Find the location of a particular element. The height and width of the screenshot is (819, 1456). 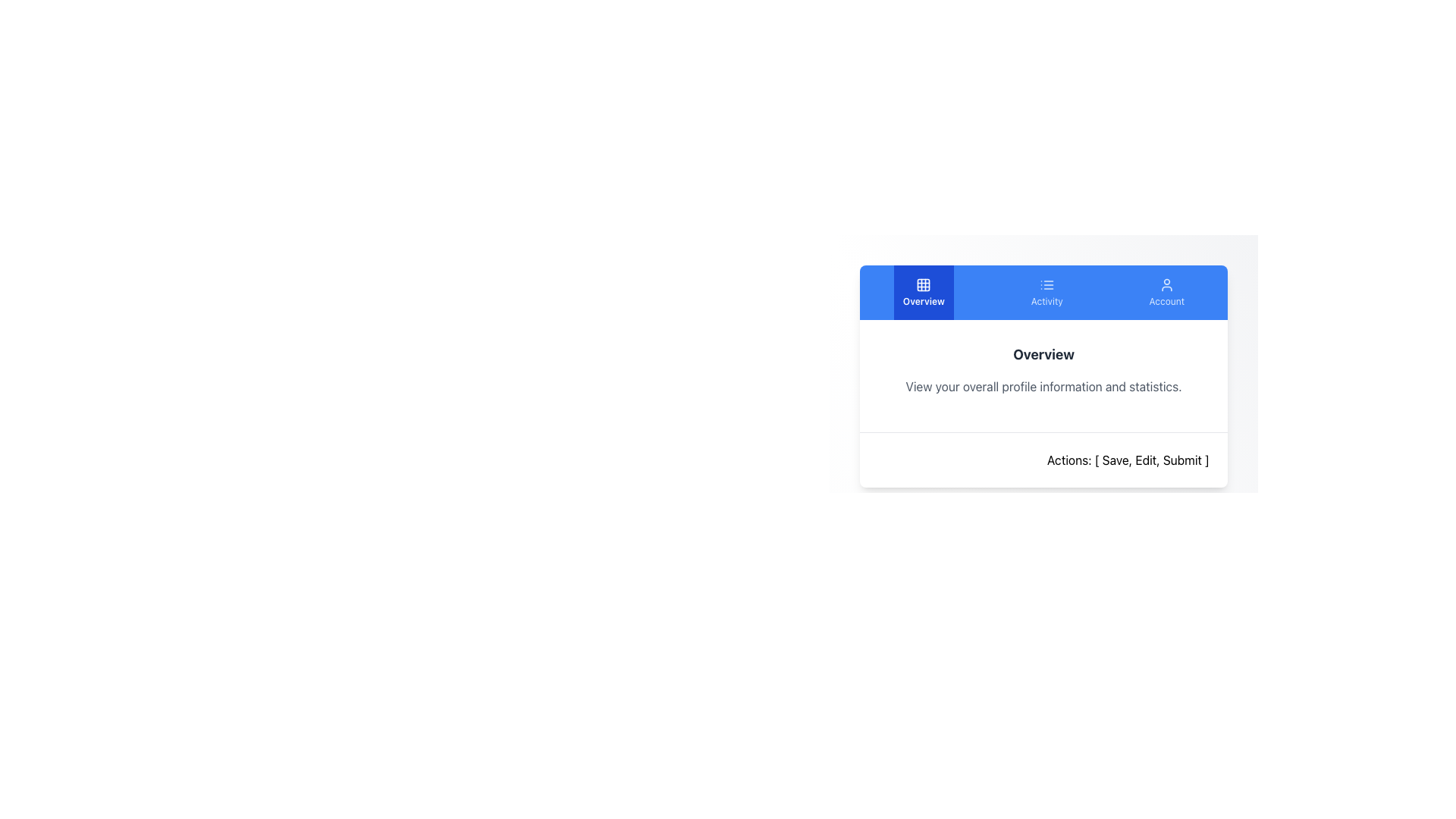

'Activity' icon located in the second button from the left in a row of three buttons at the top of the user interface panel is located at coordinates (1046, 284).